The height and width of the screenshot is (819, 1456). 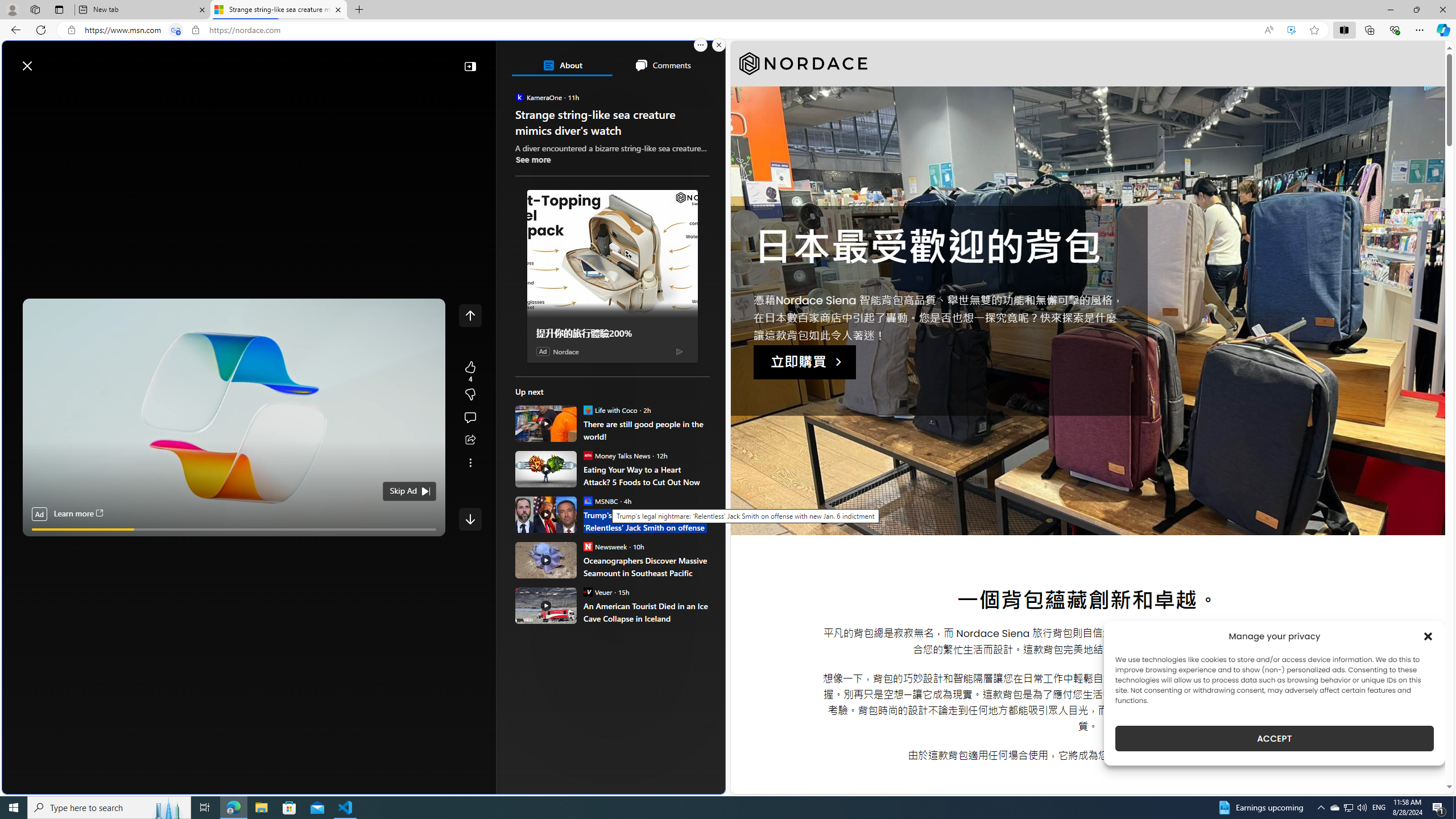 What do you see at coordinates (597, 591) in the screenshot?
I see `'Veuer Veuer'` at bounding box center [597, 591].